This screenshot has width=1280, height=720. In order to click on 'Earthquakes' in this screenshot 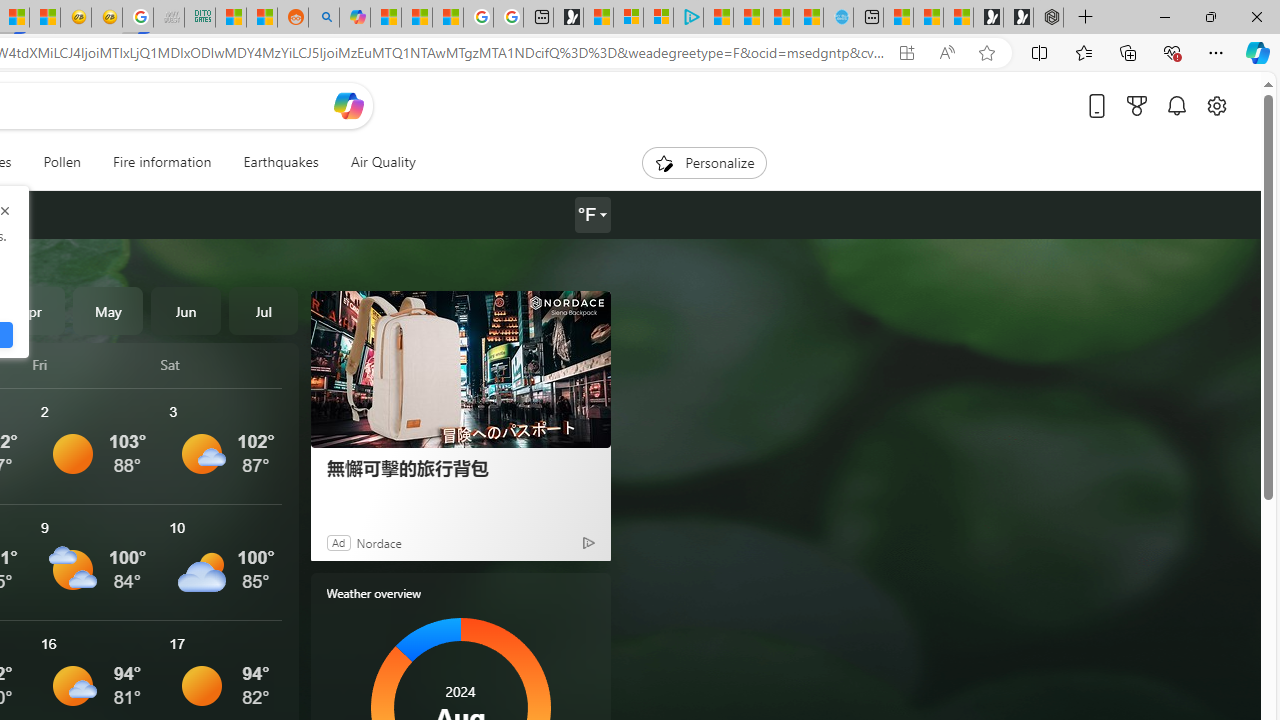, I will do `click(279, 162)`.